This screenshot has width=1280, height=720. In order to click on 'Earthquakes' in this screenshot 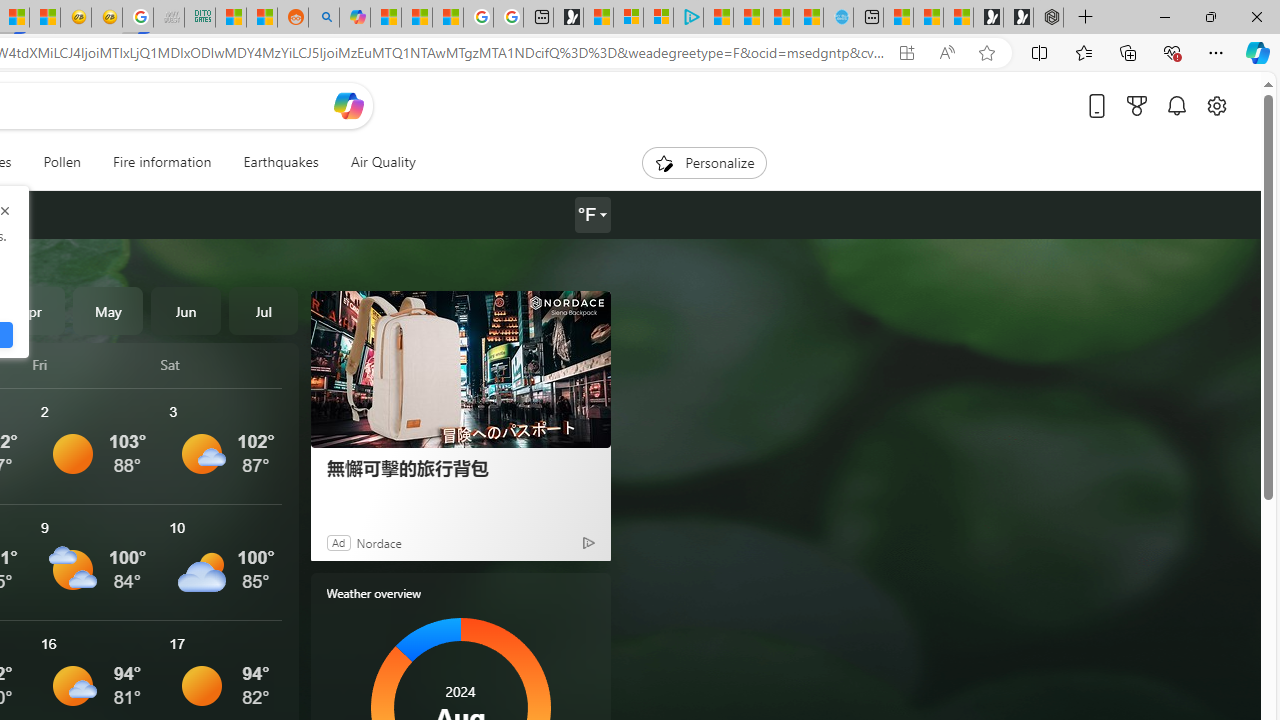, I will do `click(279, 162)`.